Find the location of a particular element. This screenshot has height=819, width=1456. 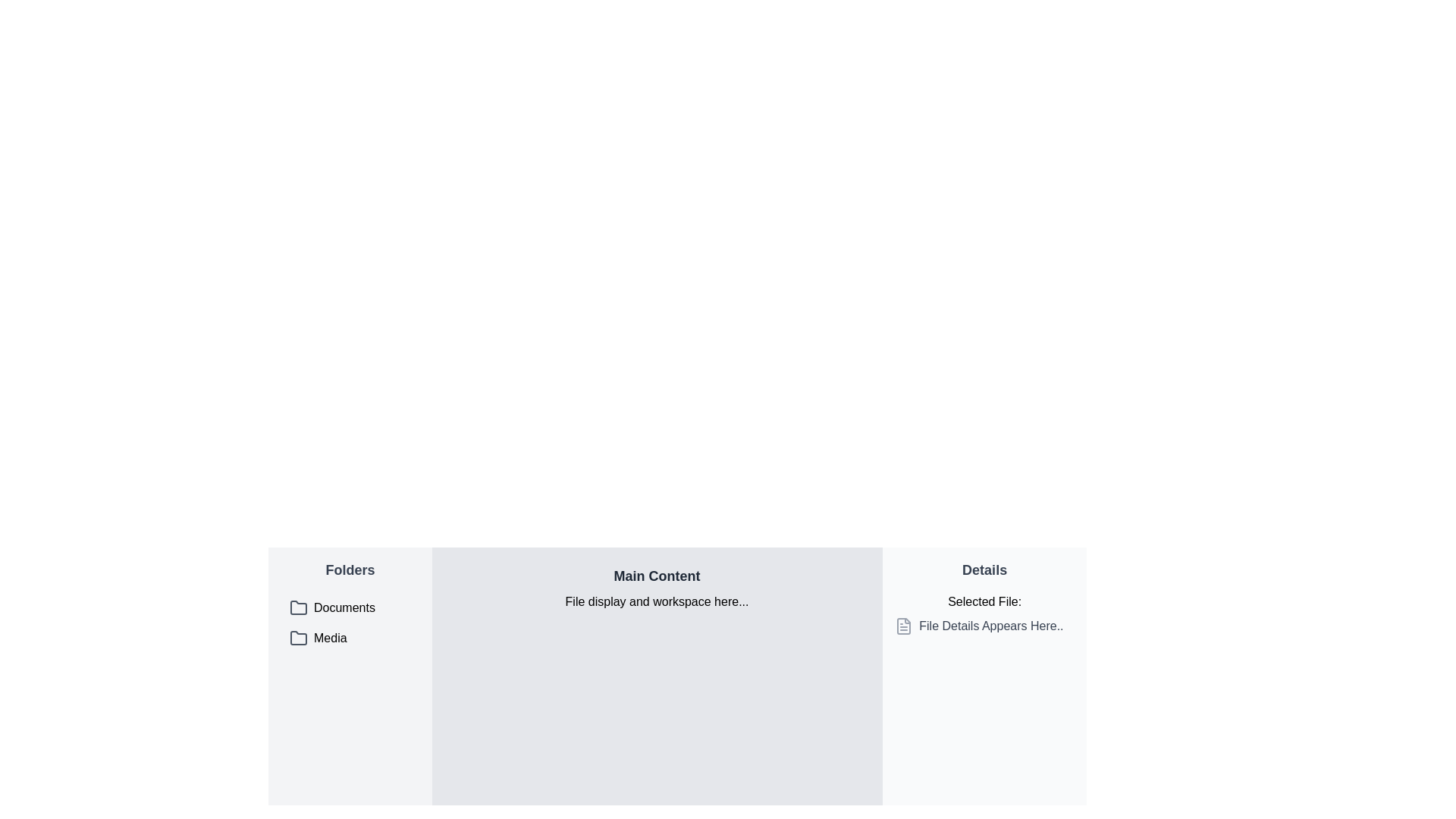

the 'Media' folder item, which is the second item in a vertical list of folders is located at coordinates (349, 638).